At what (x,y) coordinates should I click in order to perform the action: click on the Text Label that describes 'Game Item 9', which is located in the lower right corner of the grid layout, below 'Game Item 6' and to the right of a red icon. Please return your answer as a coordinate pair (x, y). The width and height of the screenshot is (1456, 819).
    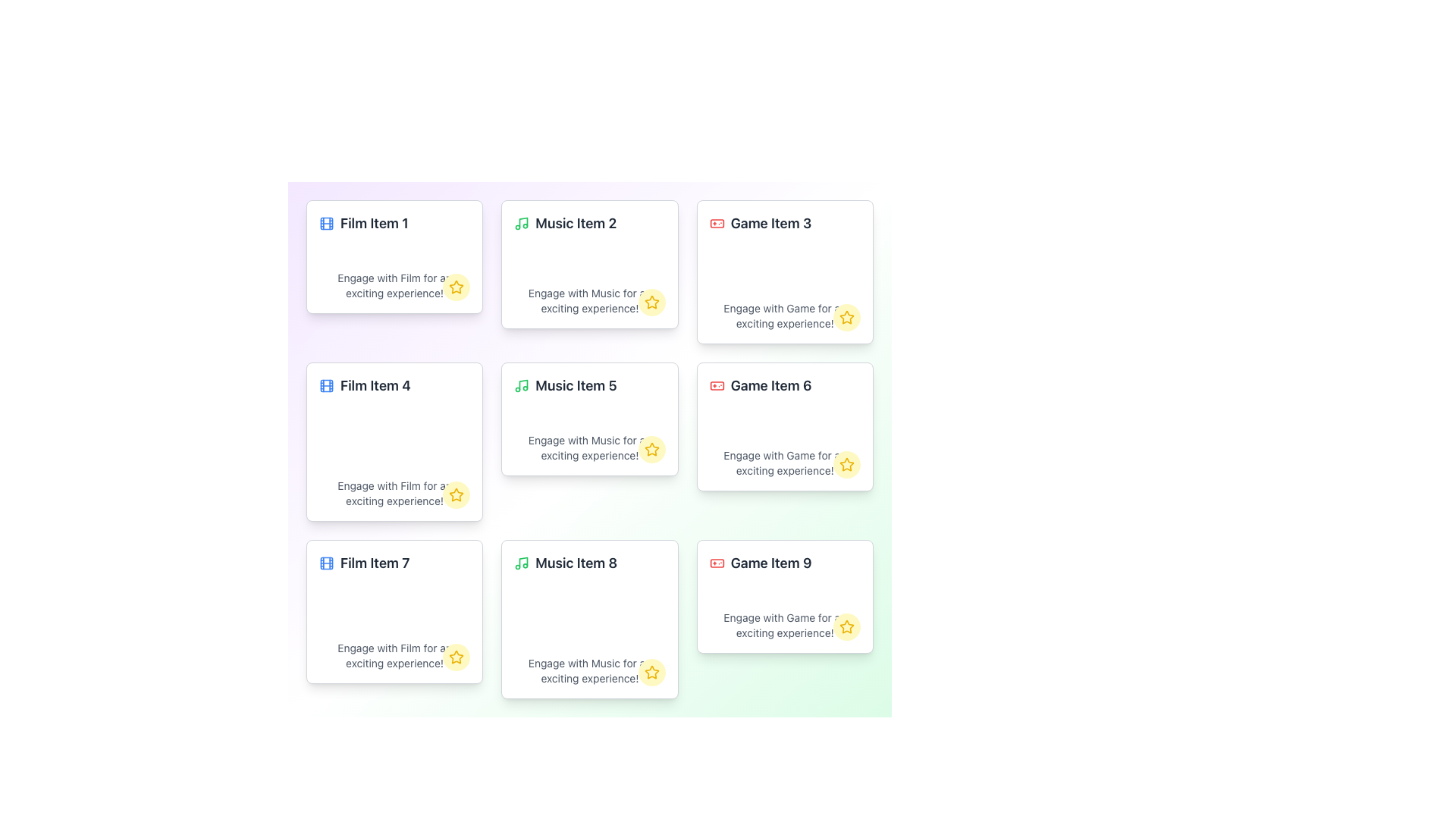
    Looking at the image, I should click on (771, 563).